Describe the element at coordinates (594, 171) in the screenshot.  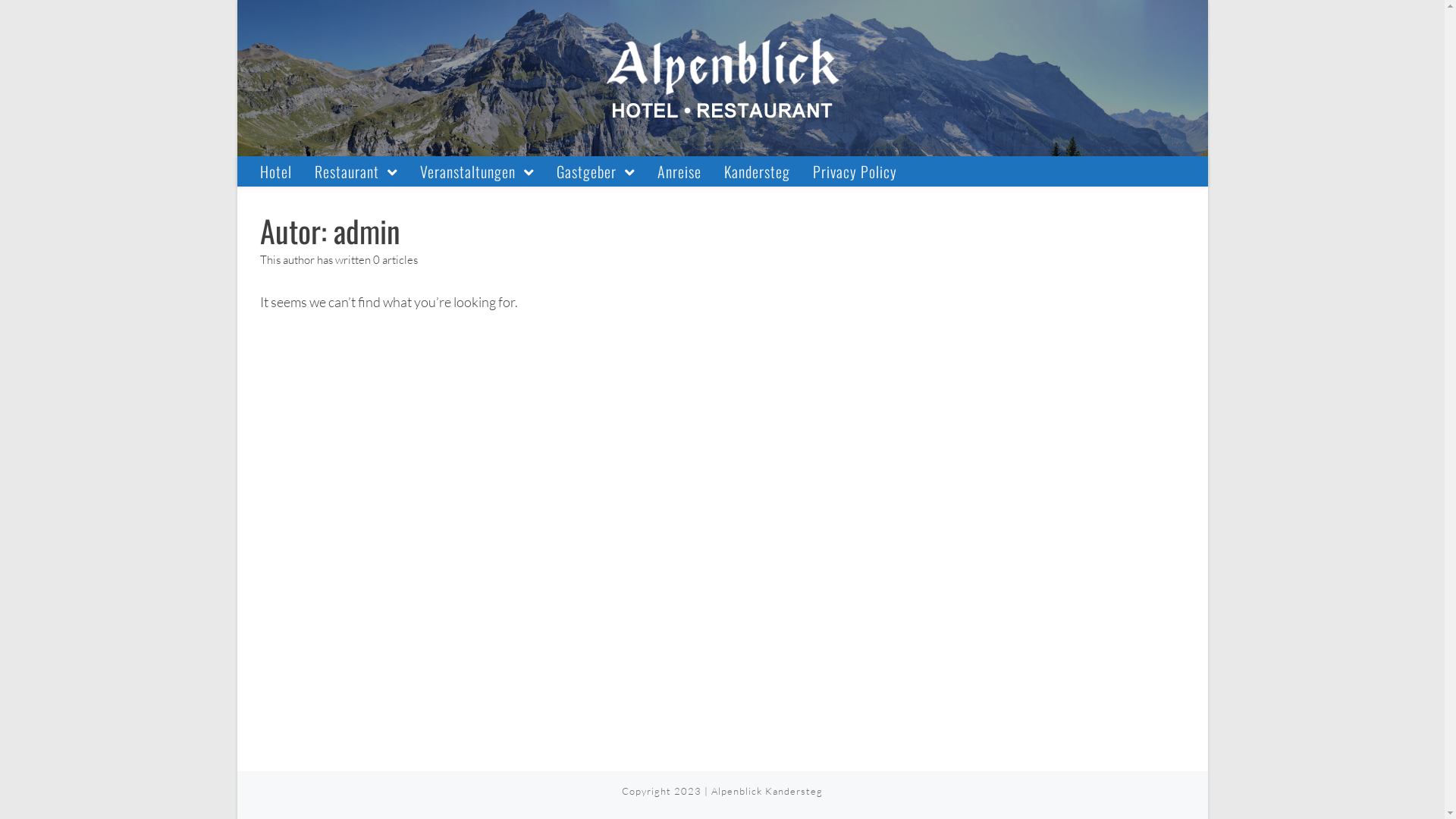
I see `'Gastgeber'` at that location.